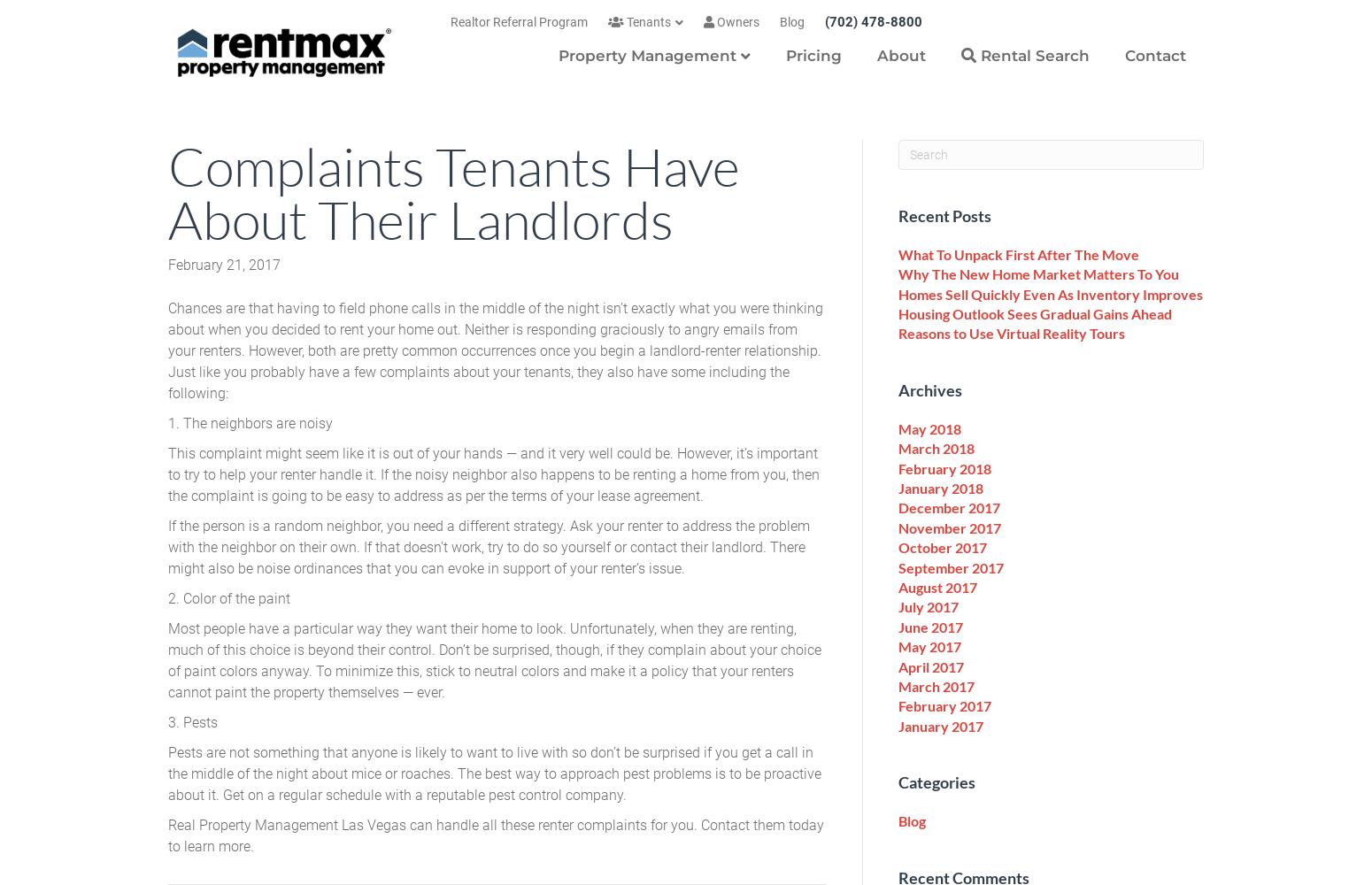 Image resolution: width=1372 pixels, height=885 pixels. What do you see at coordinates (494, 473) in the screenshot?
I see `'This complaint might seem like it is out of your hands — and it very well could be. However, it’s important to try to help your renter handle it. If the noisy neighbor also happens to be renting a home from you, then the complaint is going to be easy to address as per the terms of your lease agreement.'` at bounding box center [494, 473].